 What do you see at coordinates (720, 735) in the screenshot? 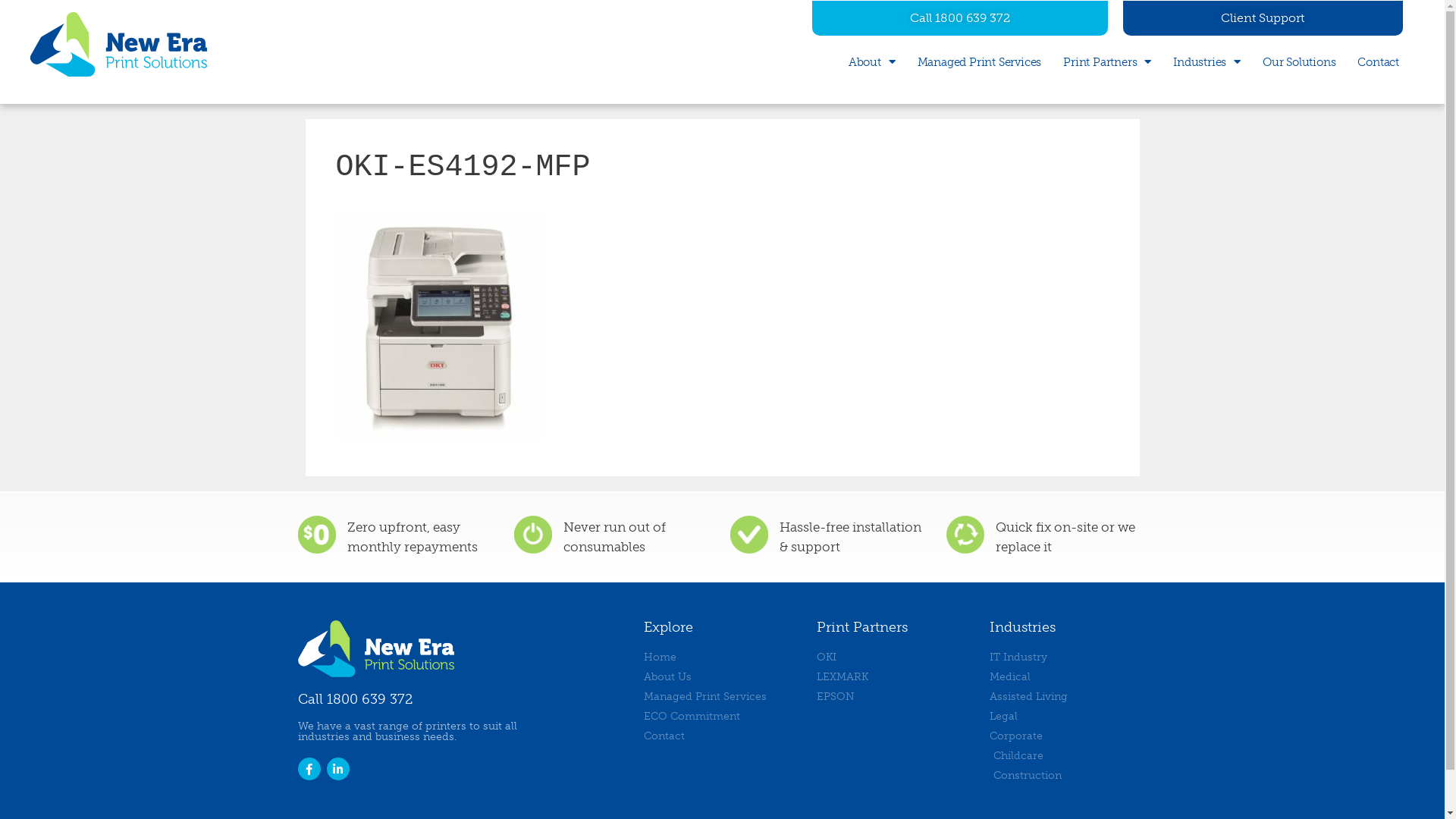
I see `'Contact'` at bounding box center [720, 735].